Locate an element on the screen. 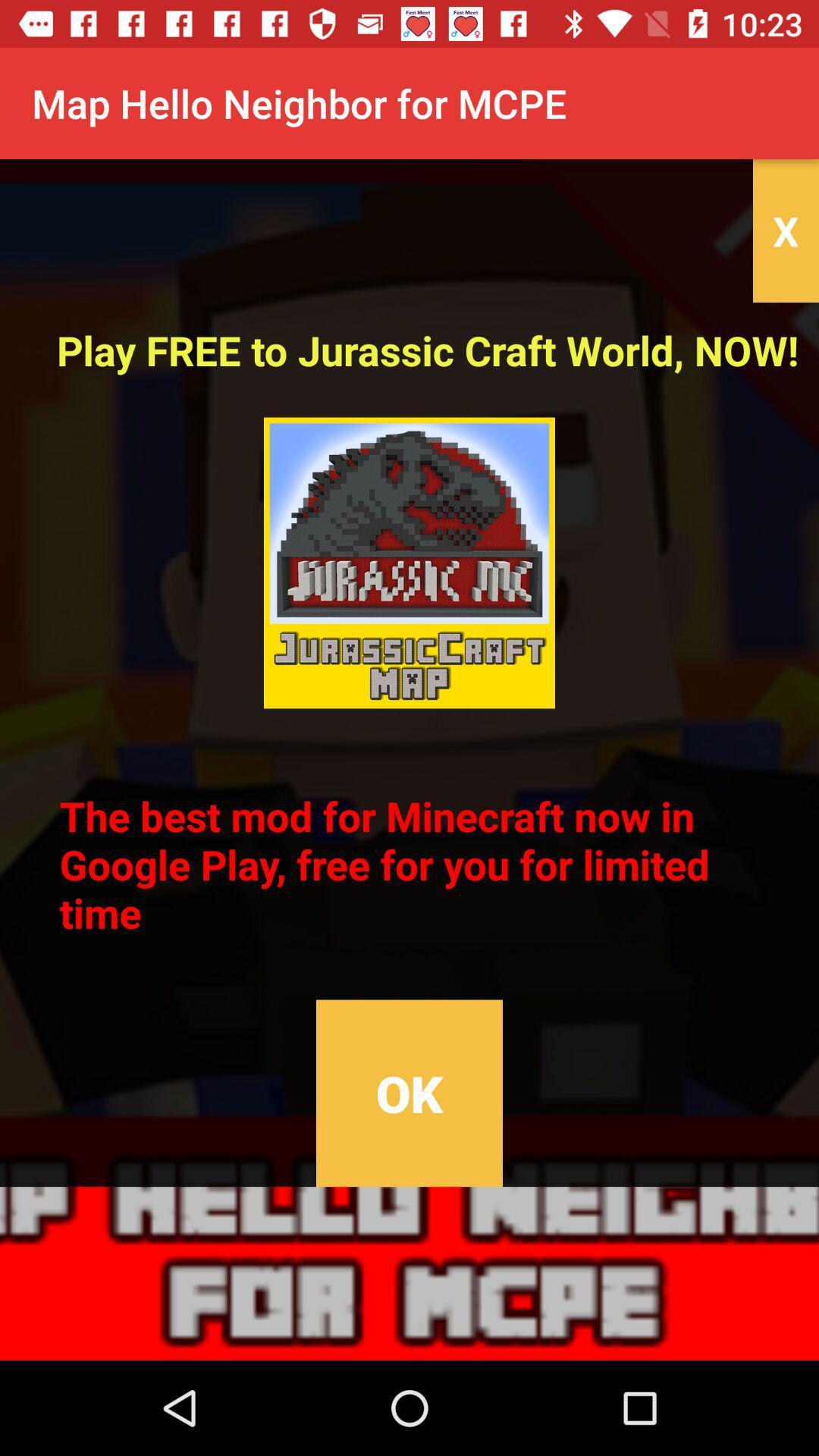  the item above play free to item is located at coordinates (785, 230).